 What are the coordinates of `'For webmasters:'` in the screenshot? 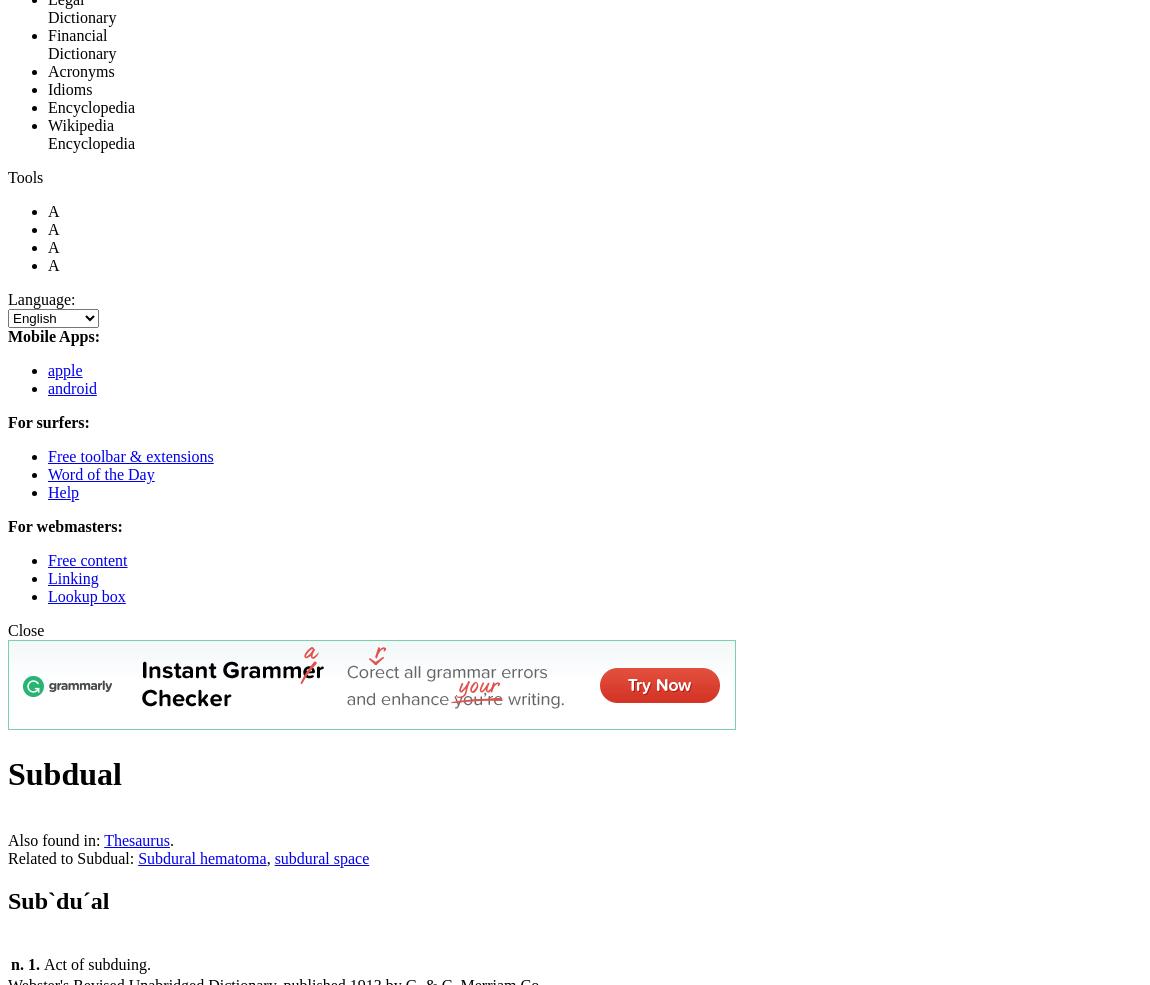 It's located at (7, 526).